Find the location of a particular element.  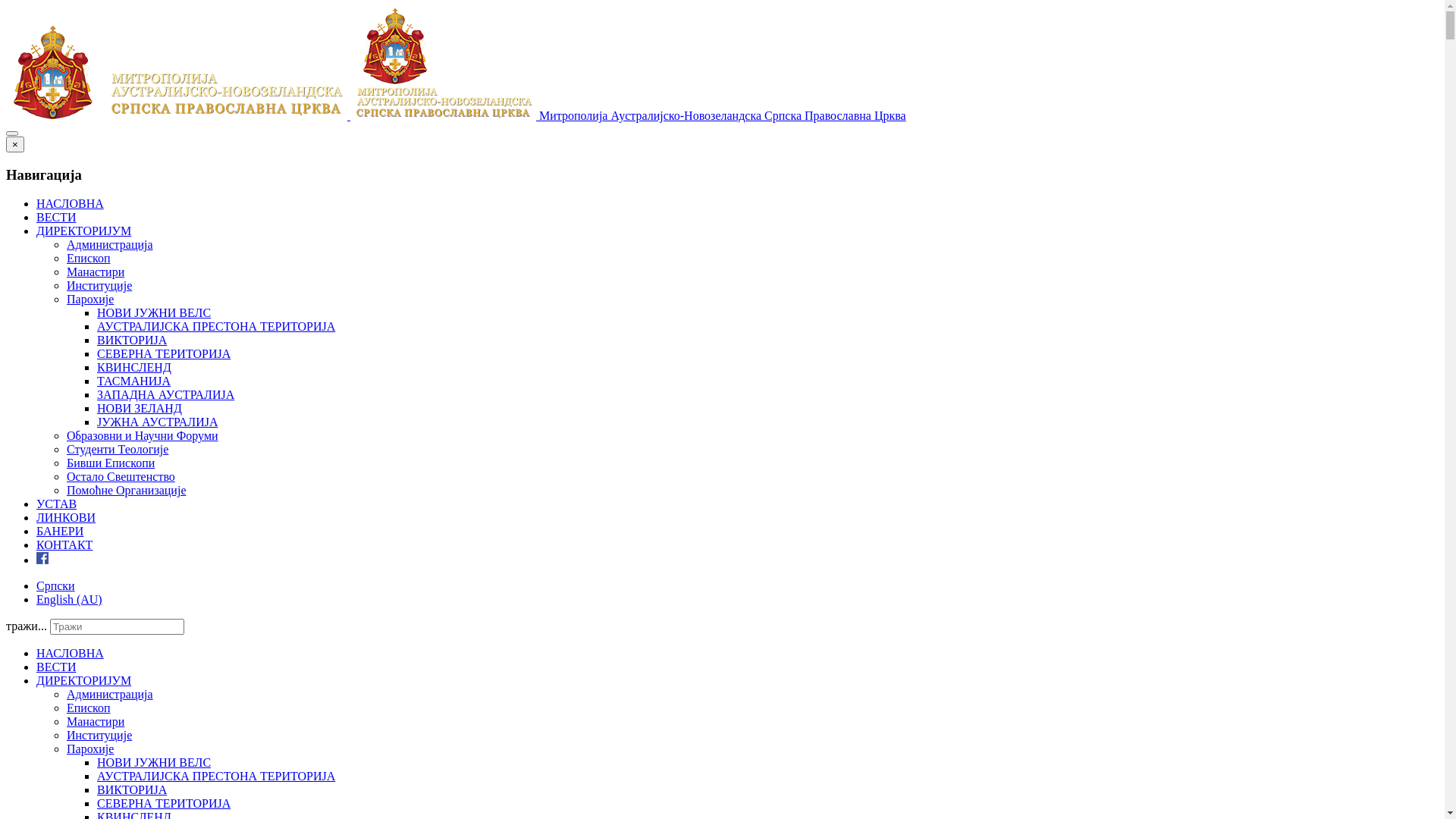

'English (AU)' is located at coordinates (68, 598).